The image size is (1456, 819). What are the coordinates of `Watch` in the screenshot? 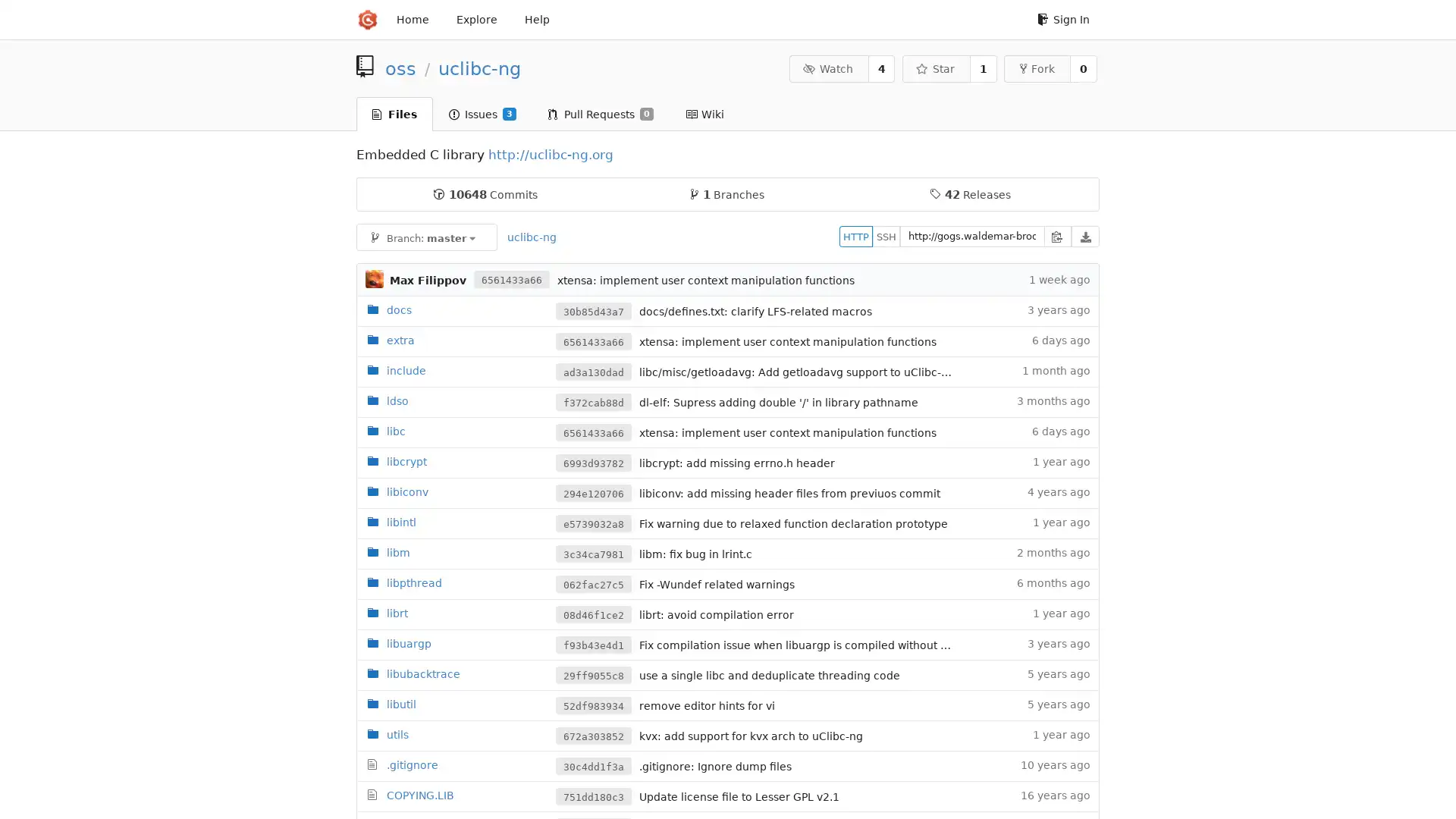 It's located at (828, 69).